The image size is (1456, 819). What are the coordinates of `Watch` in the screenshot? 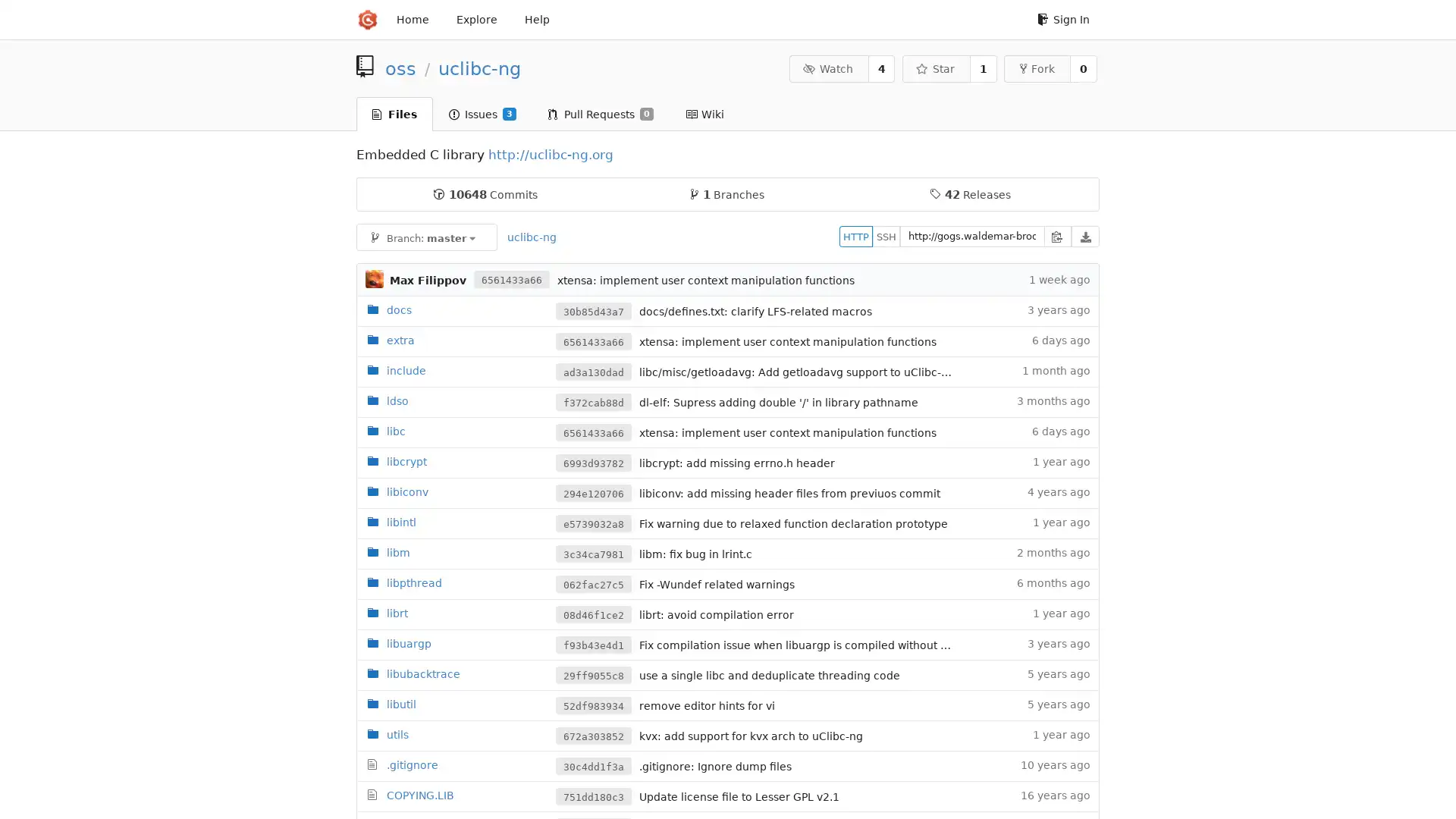 It's located at (828, 69).